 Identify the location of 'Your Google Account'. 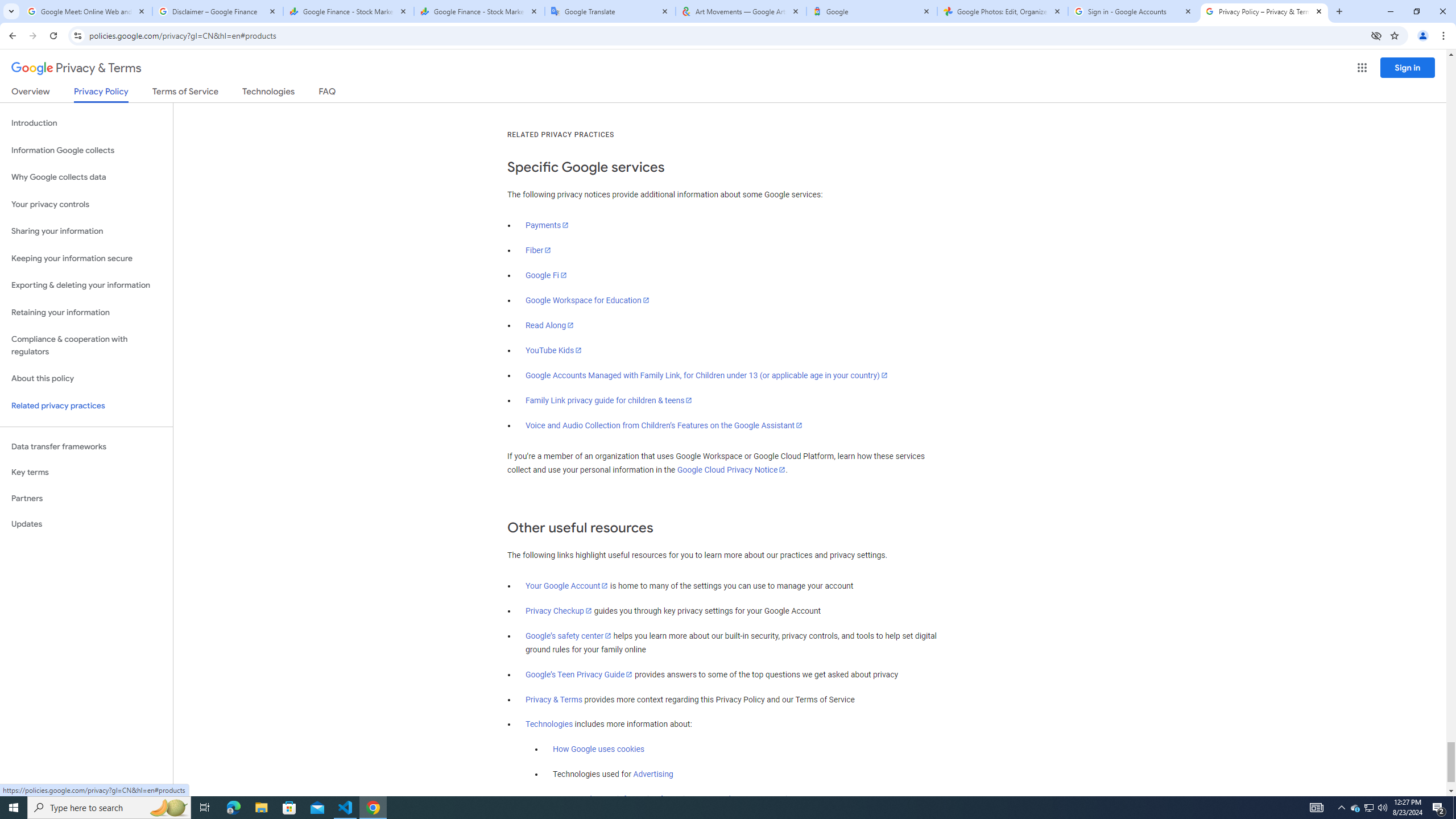
(566, 586).